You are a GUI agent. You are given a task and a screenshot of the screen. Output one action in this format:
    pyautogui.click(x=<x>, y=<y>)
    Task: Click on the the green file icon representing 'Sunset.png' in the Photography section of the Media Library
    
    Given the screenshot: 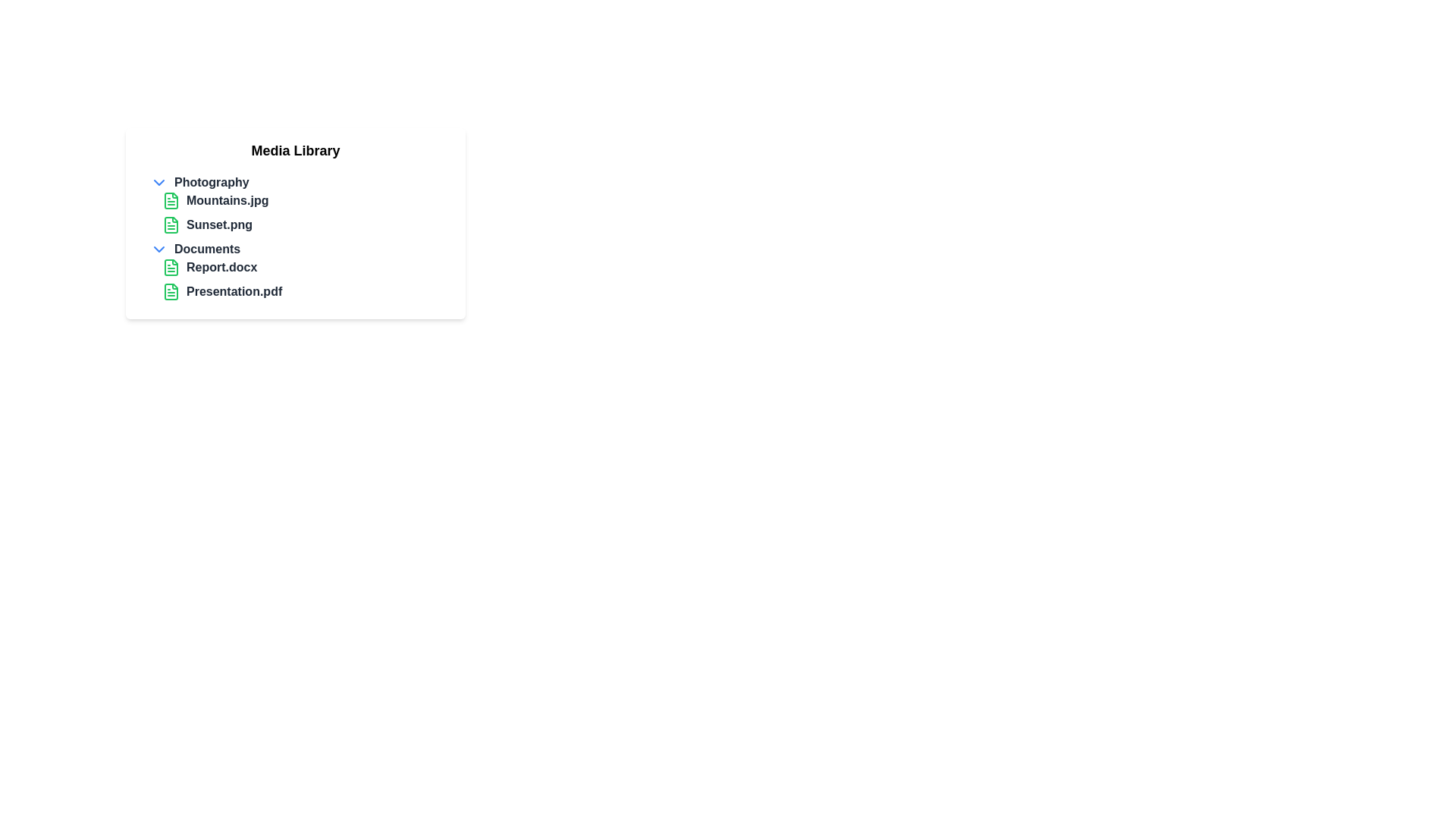 What is the action you would take?
    pyautogui.click(x=171, y=225)
    